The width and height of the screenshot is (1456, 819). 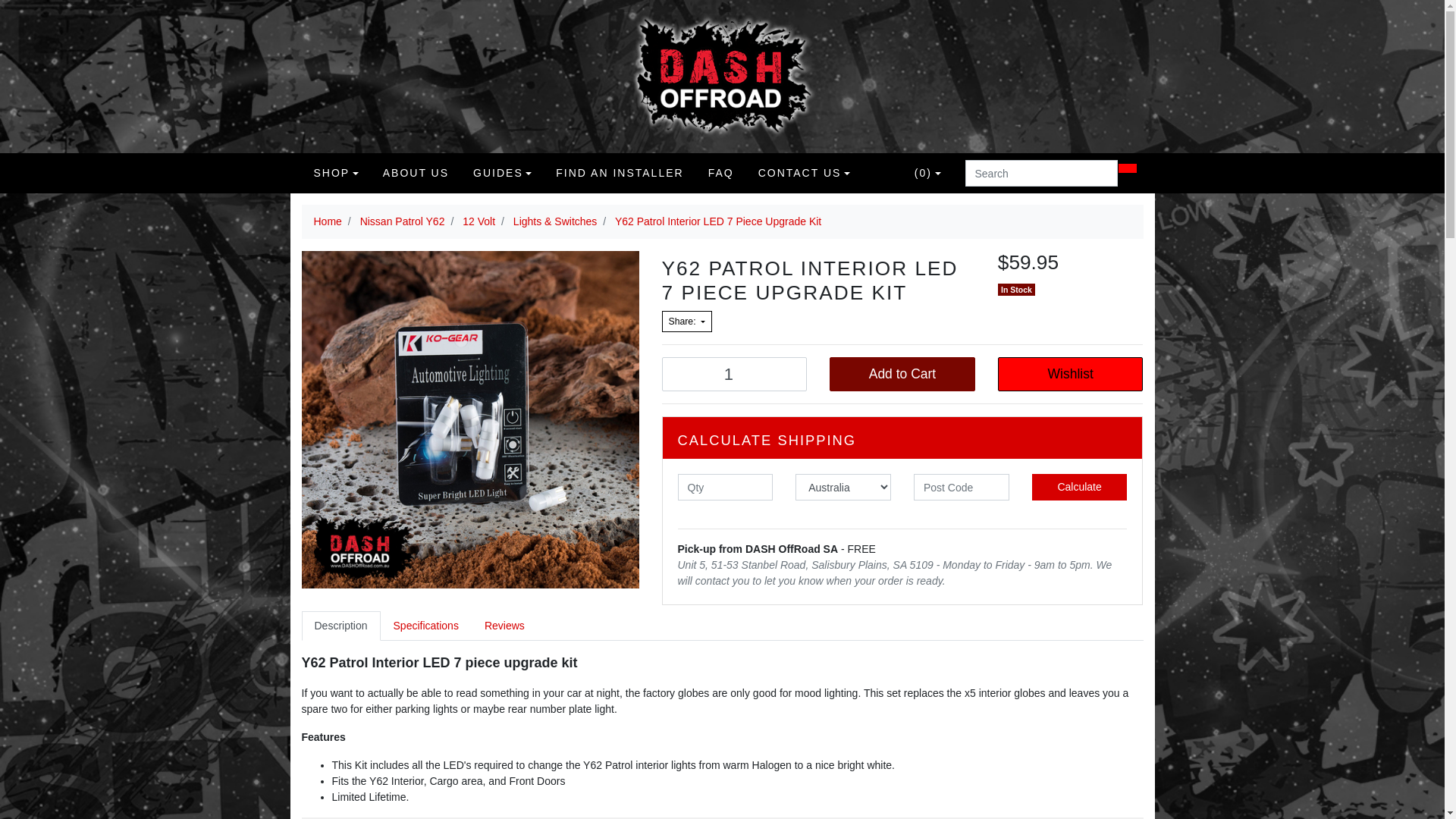 What do you see at coordinates (720, 76) in the screenshot?
I see `'DASH OffRoad'` at bounding box center [720, 76].